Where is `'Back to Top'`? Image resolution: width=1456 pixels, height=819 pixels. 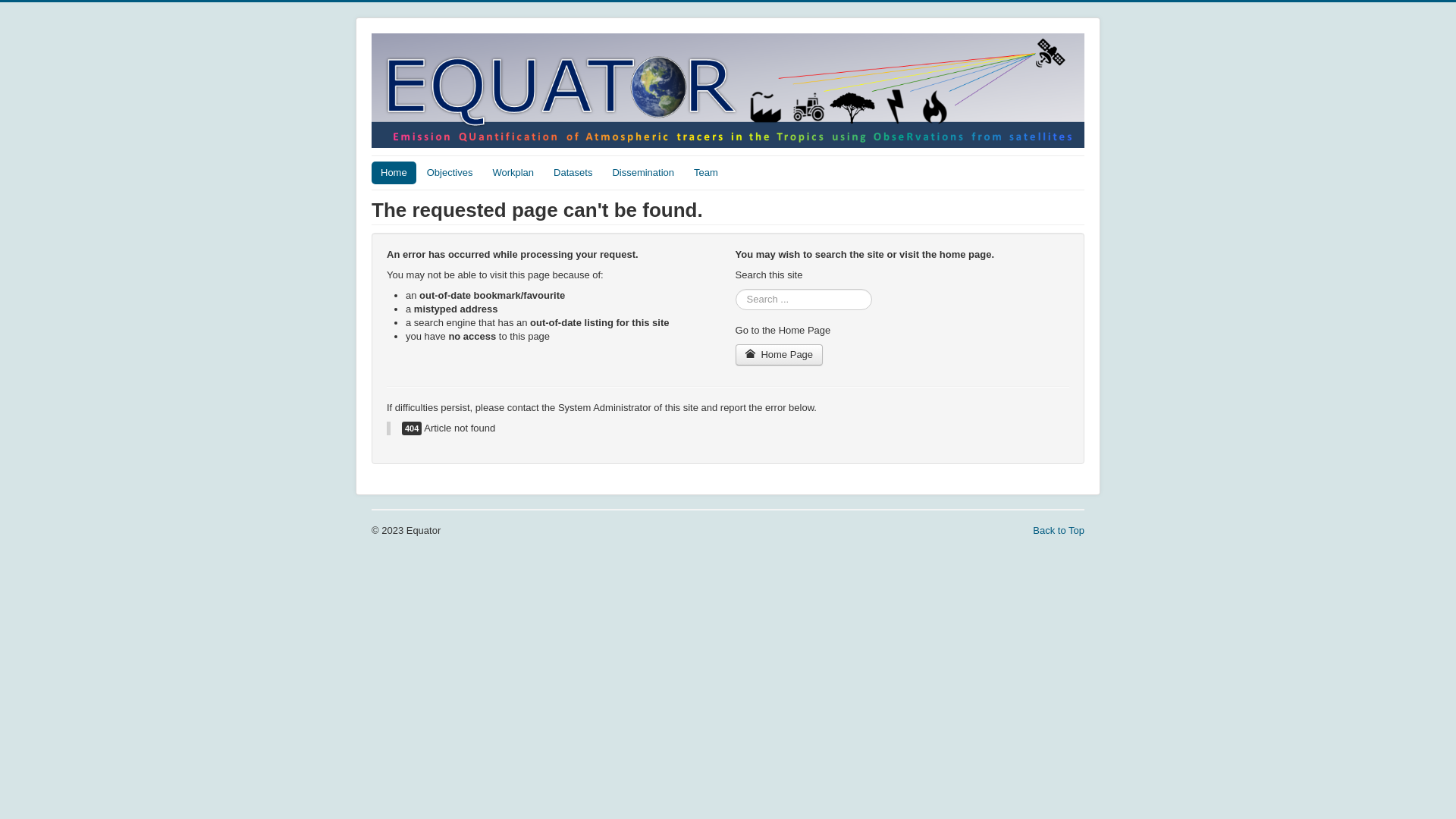
'Back to Top' is located at coordinates (1058, 529).